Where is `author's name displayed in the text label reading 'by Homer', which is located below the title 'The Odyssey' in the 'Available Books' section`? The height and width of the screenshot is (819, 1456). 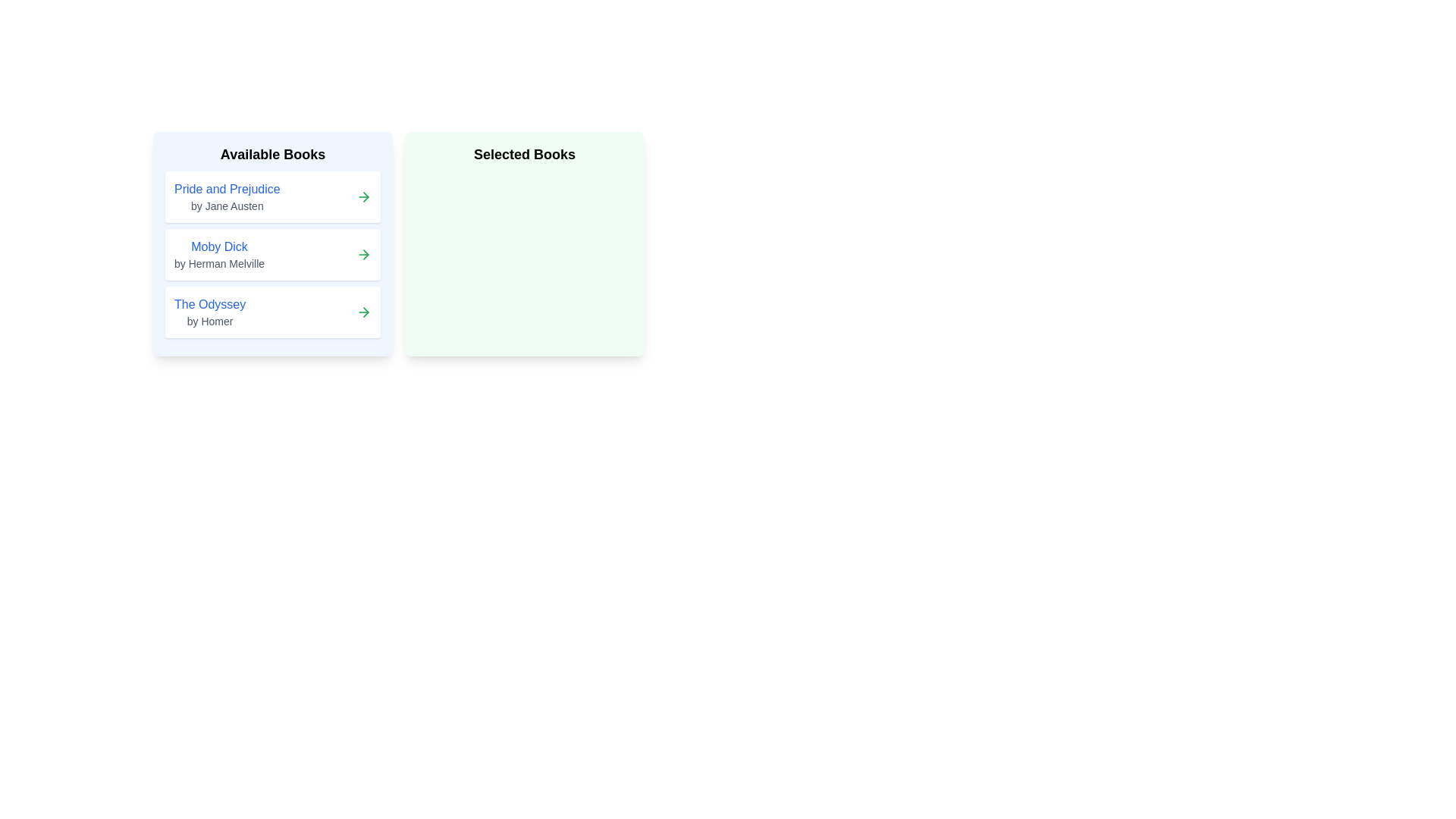
author's name displayed in the text label reading 'by Homer', which is located below the title 'The Odyssey' in the 'Available Books' section is located at coordinates (209, 321).